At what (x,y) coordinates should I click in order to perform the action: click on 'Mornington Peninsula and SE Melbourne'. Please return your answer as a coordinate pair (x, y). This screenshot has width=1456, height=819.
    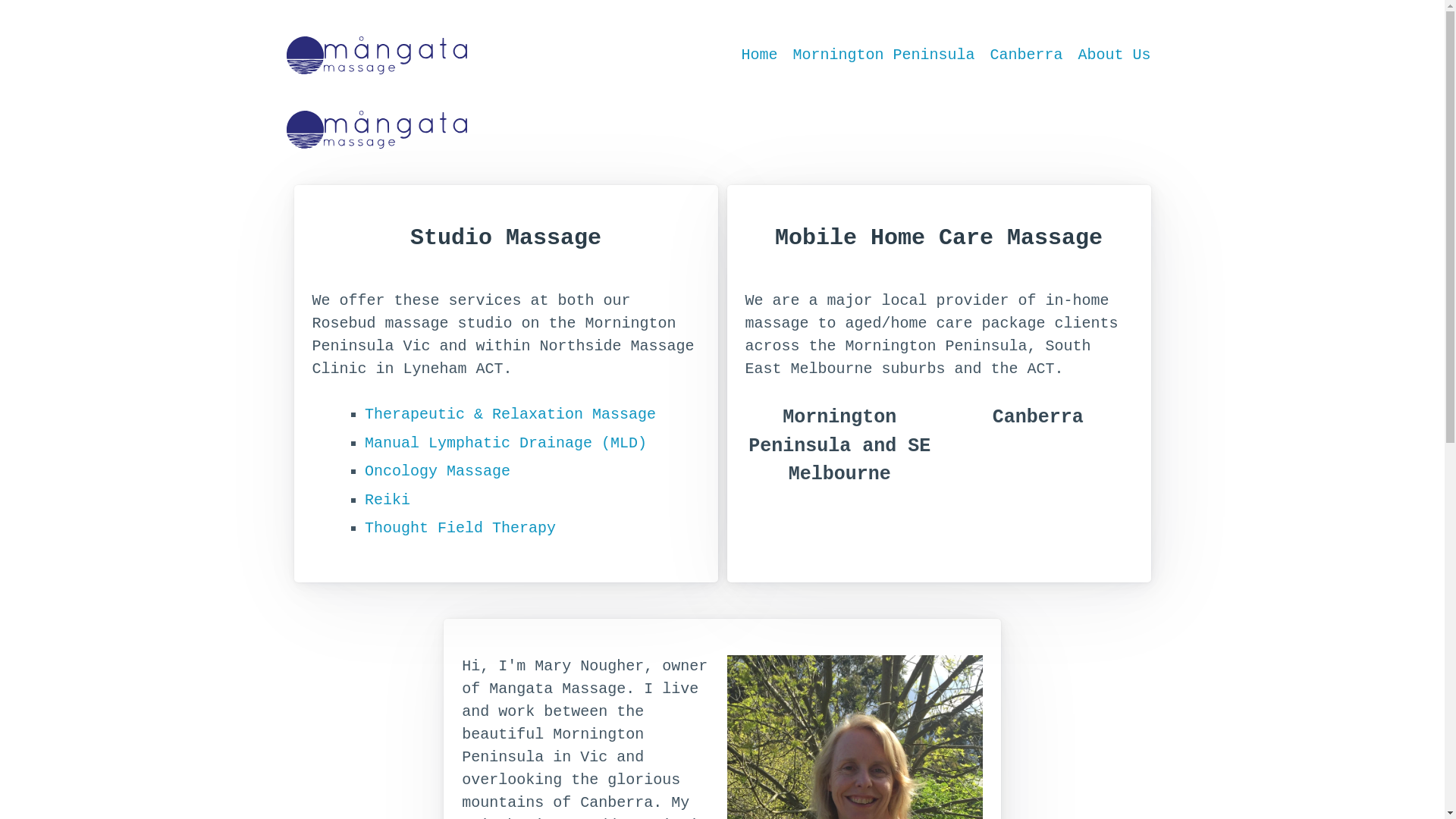
    Looking at the image, I should click on (839, 459).